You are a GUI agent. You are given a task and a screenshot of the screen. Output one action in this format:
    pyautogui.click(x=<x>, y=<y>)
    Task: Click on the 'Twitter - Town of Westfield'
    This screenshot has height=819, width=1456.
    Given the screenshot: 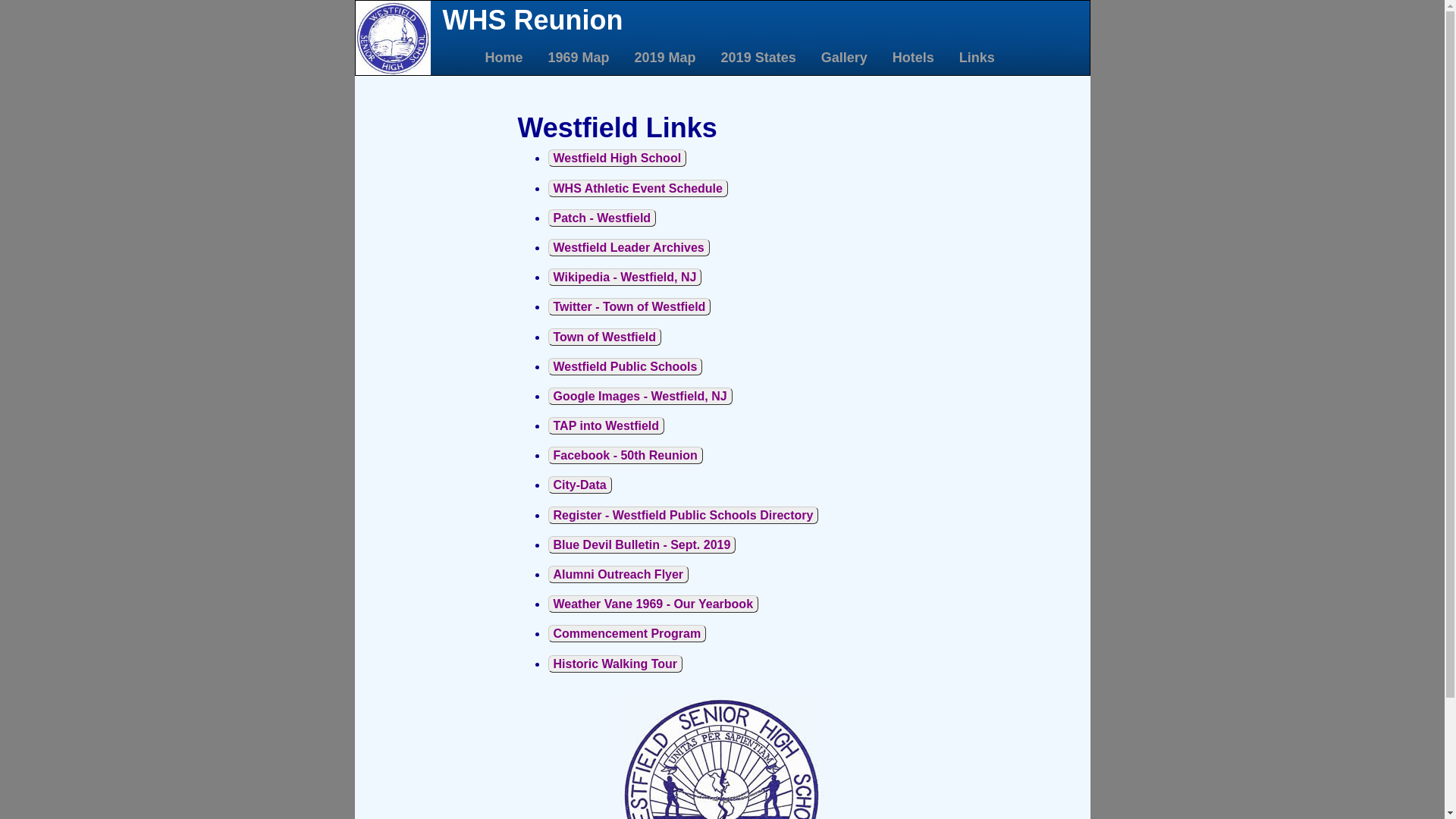 What is the action you would take?
    pyautogui.click(x=629, y=306)
    